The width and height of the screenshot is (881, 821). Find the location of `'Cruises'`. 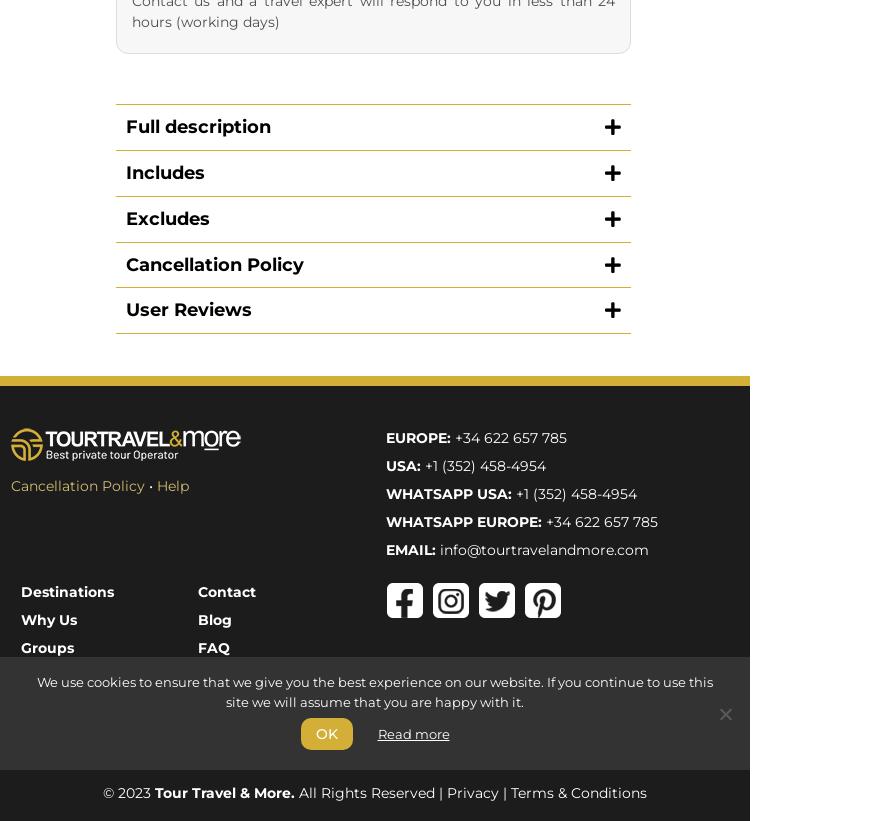

'Cruises' is located at coordinates (19, 264).